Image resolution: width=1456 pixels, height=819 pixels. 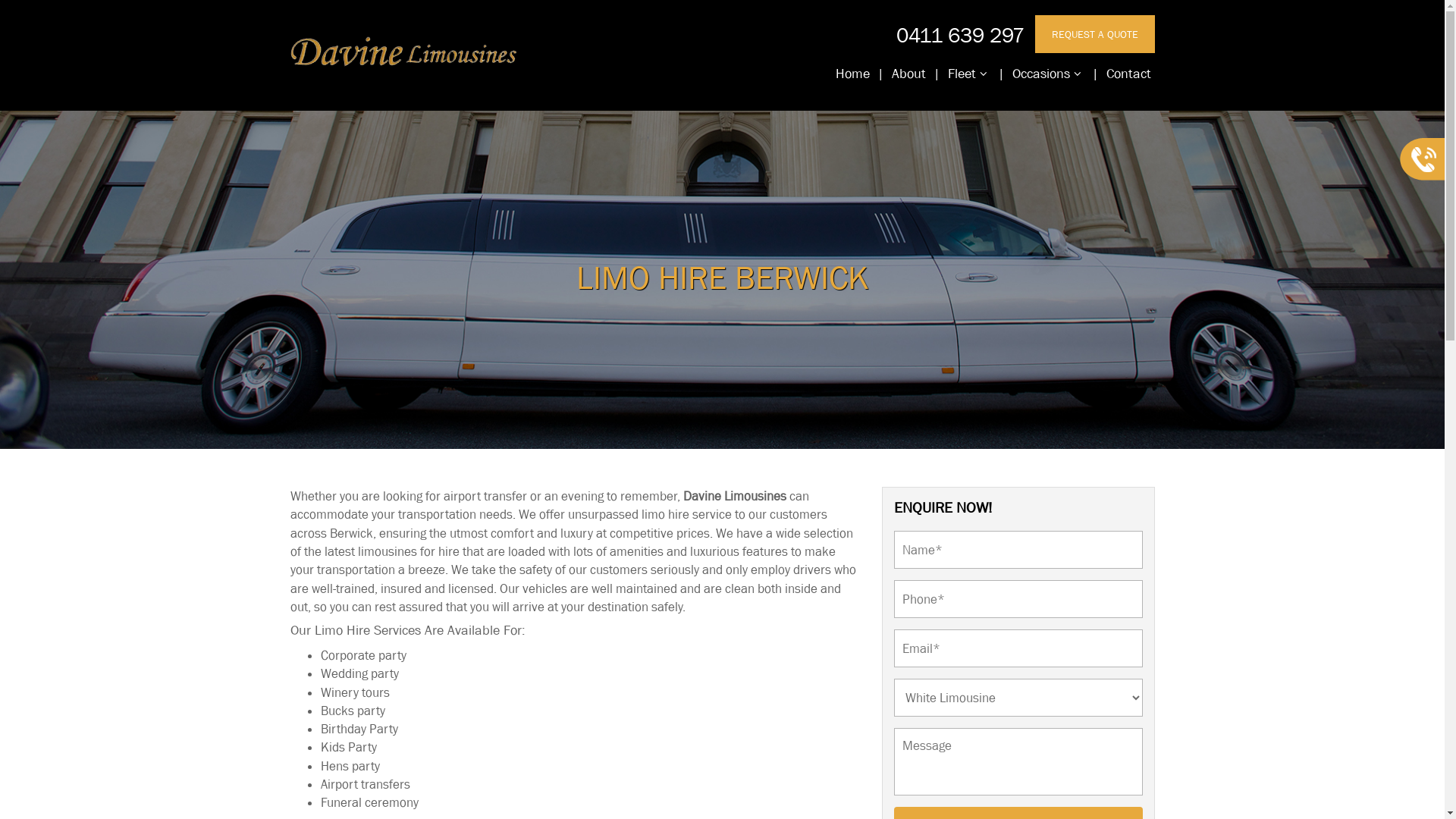 What do you see at coordinates (908, 74) in the screenshot?
I see `'About'` at bounding box center [908, 74].